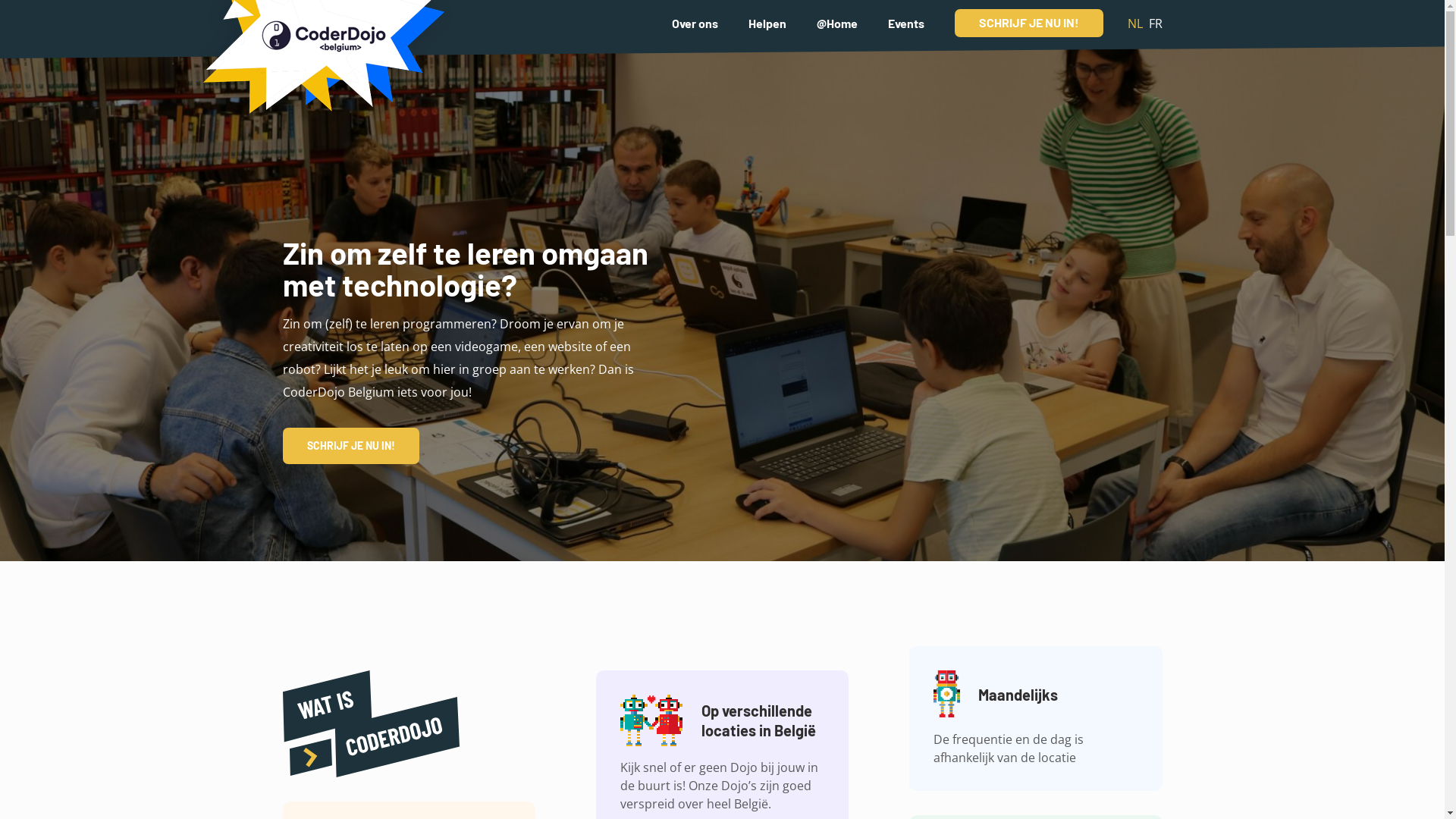 Image resolution: width=1456 pixels, height=819 pixels. Describe the element at coordinates (1153, 23) in the screenshot. I see `'FR'` at that location.